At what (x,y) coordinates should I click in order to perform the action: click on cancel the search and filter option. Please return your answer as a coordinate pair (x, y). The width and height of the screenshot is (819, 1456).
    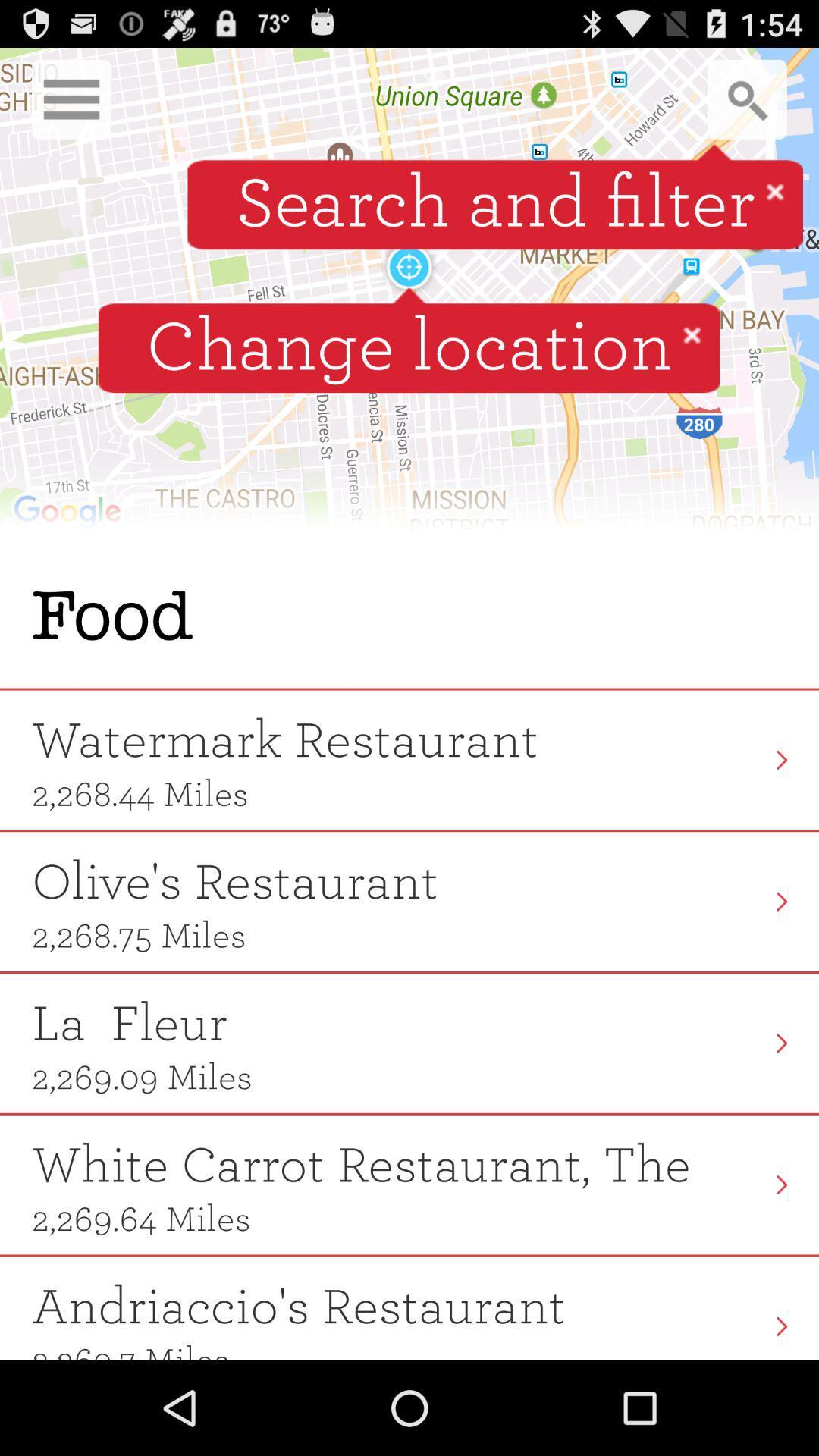
    Looking at the image, I should click on (775, 190).